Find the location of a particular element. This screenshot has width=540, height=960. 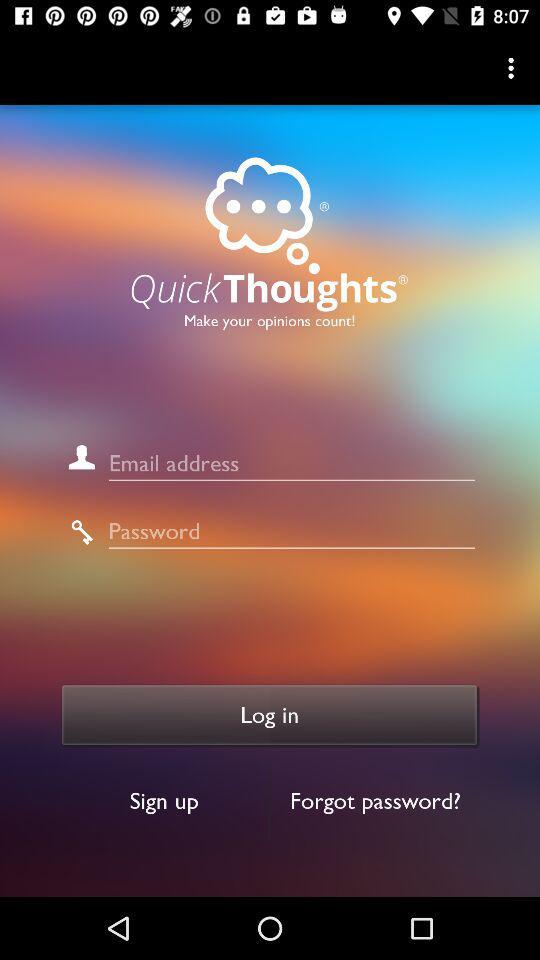

sign up icon is located at coordinates (163, 801).